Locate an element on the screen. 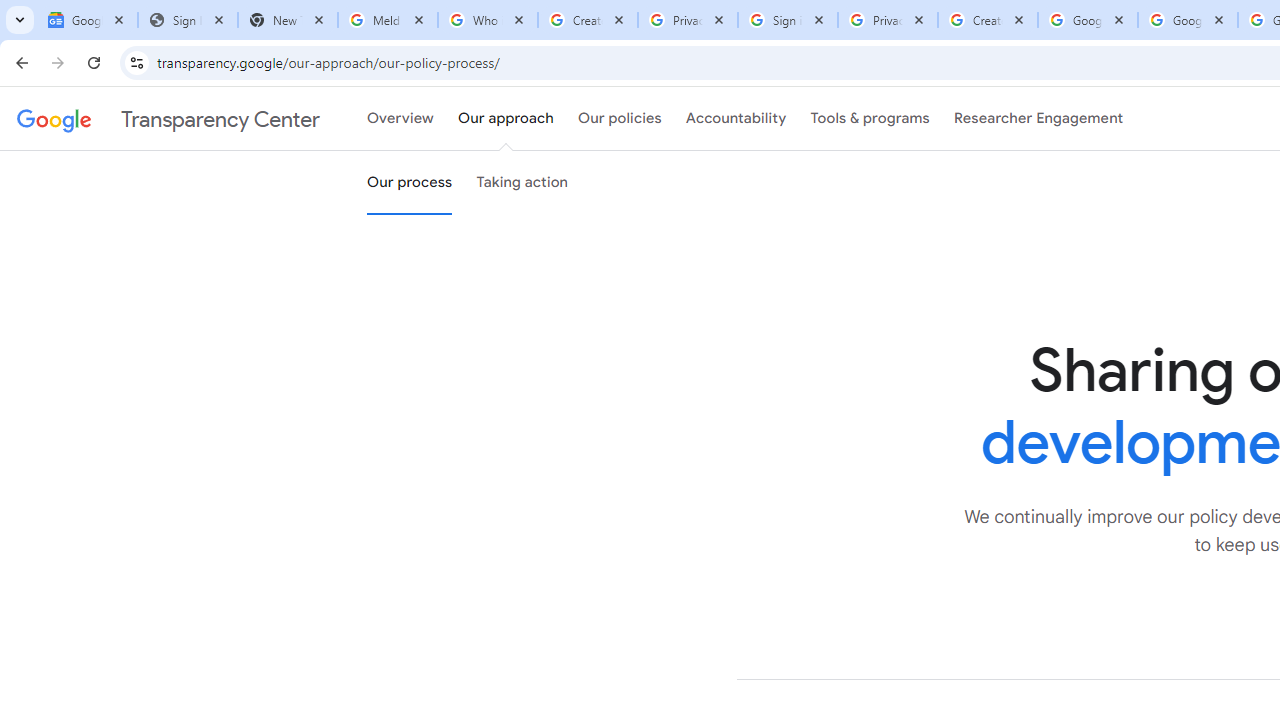 The height and width of the screenshot is (720, 1280). 'Our process' is located at coordinates (408, 183).